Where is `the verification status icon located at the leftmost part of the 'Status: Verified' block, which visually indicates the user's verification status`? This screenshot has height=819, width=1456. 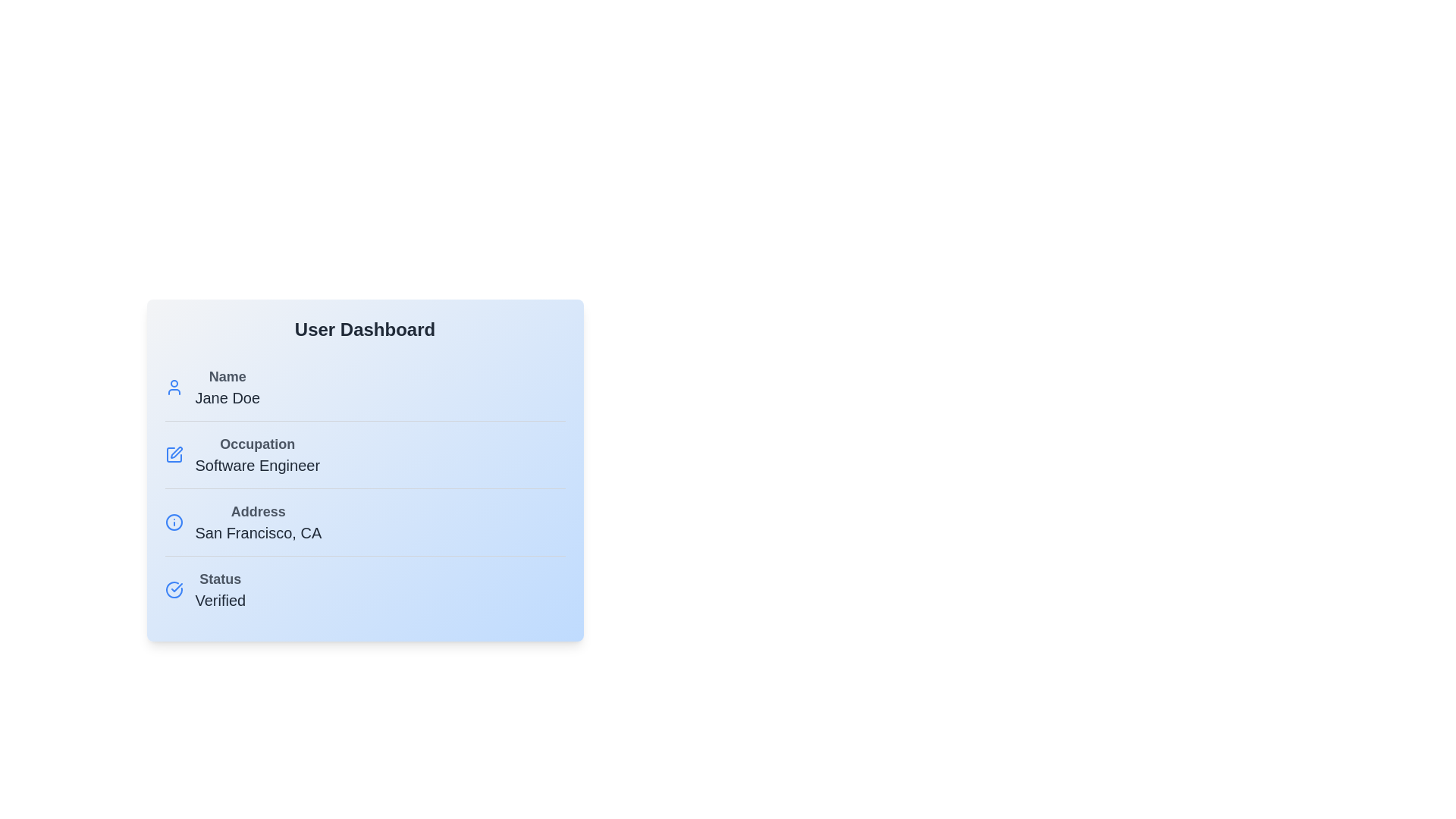 the verification status icon located at the leftmost part of the 'Status: Verified' block, which visually indicates the user's verification status is located at coordinates (174, 589).